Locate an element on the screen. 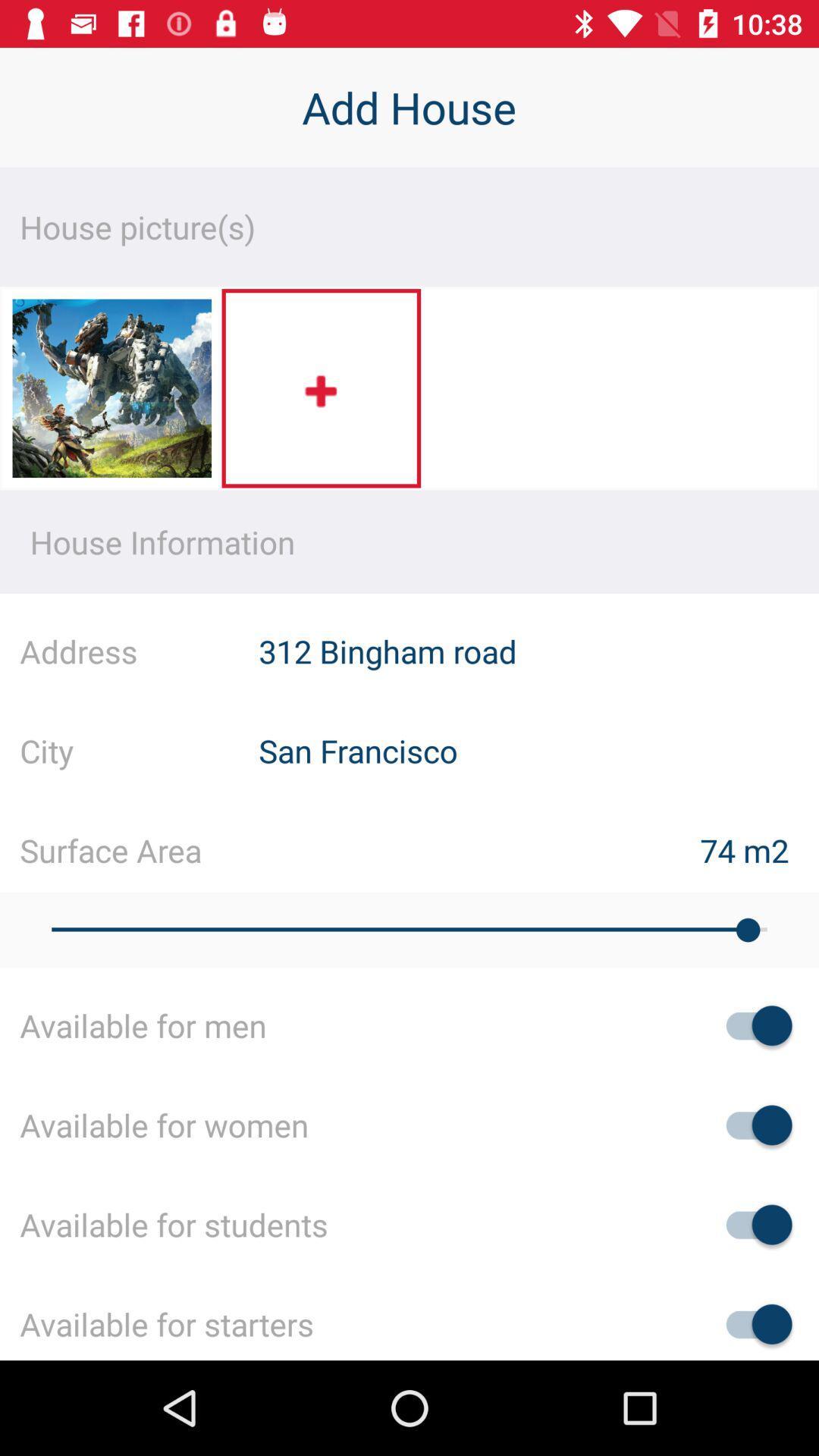 This screenshot has width=819, height=1456. the icon below the house picture(s) item is located at coordinates (320, 388).